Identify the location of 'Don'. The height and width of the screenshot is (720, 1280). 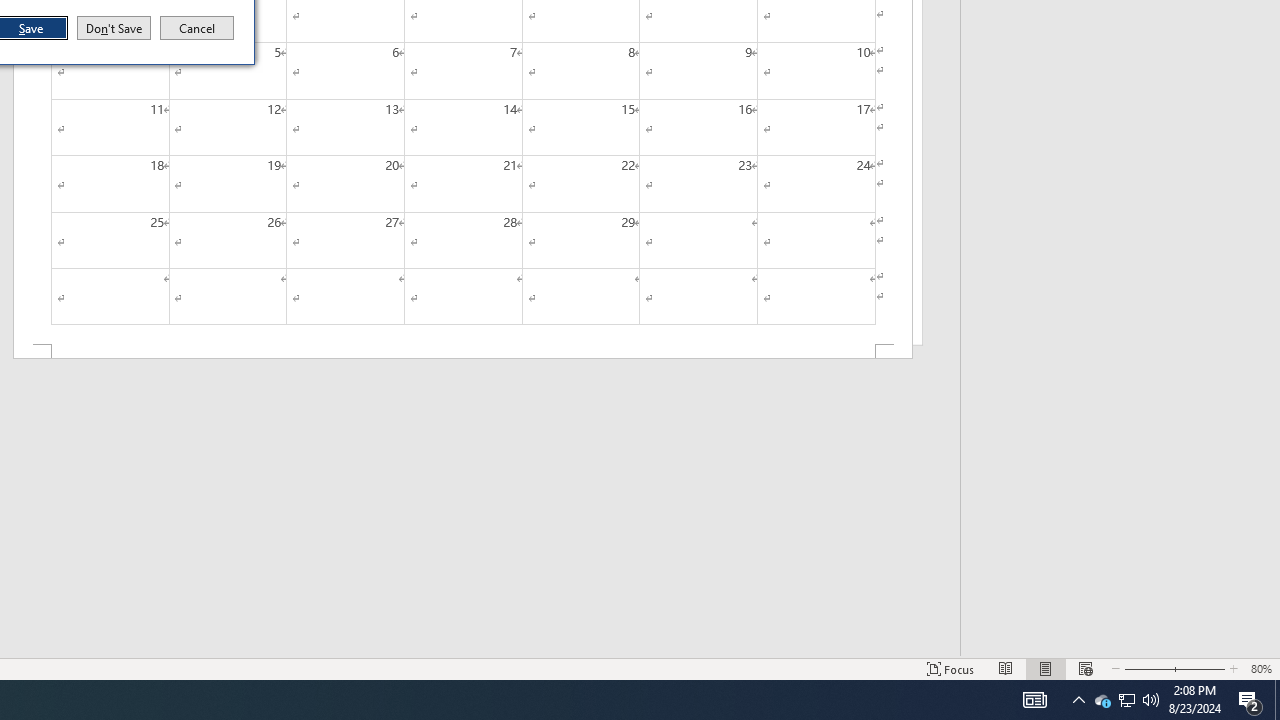
(112, 28).